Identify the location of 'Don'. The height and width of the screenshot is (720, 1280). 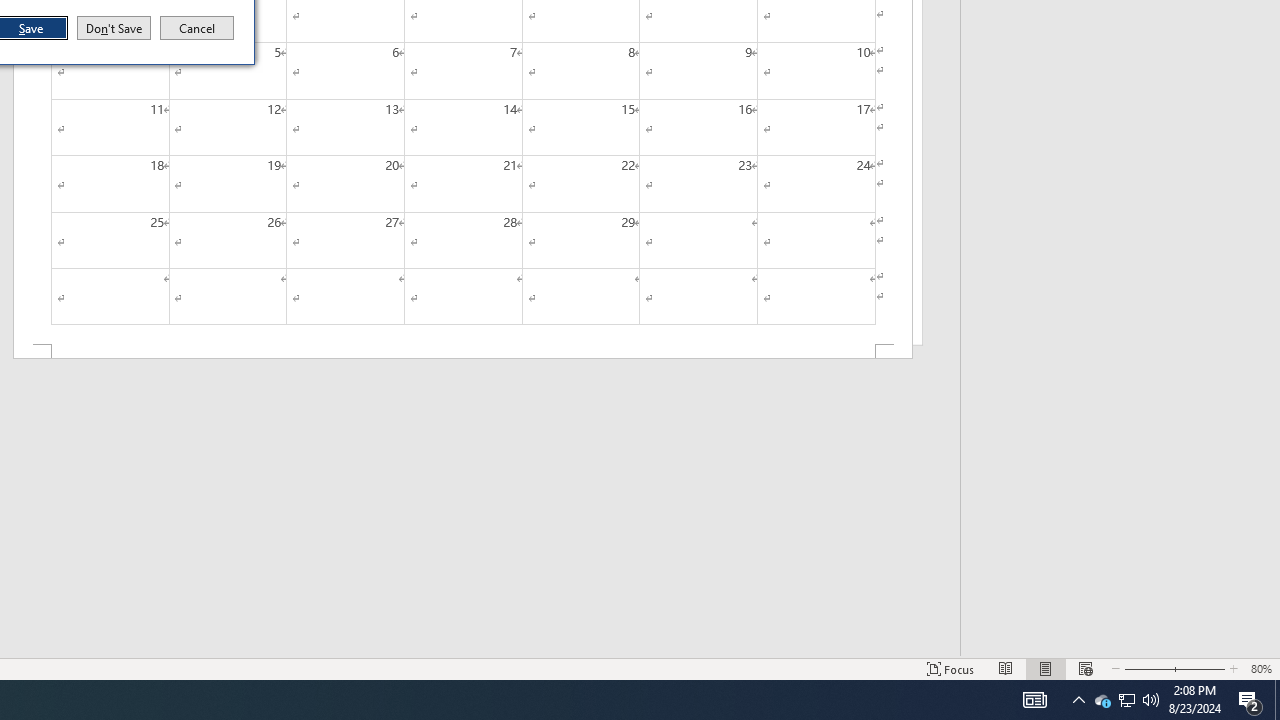
(112, 28).